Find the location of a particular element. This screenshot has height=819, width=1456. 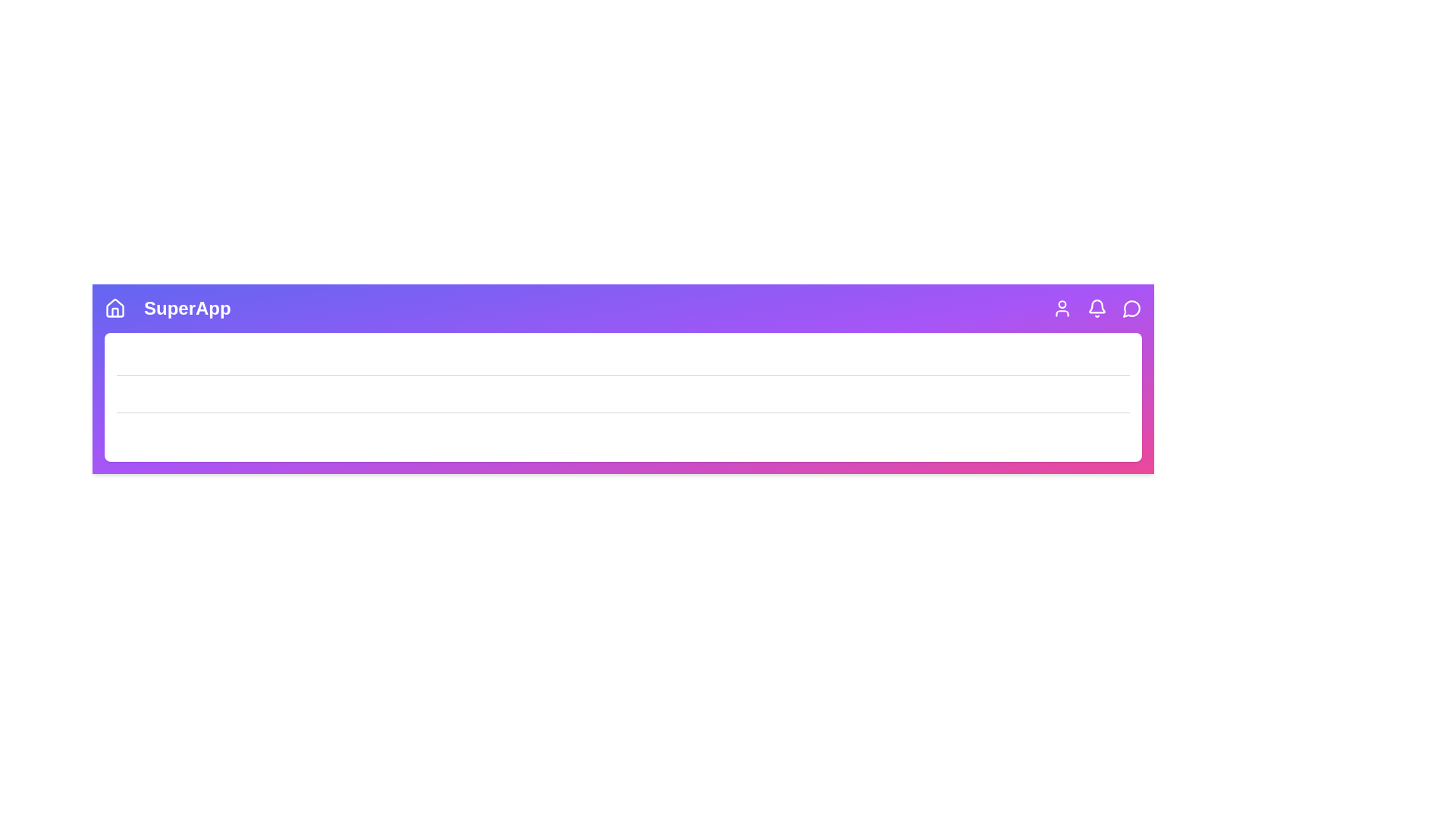

the bell icon to toggle the notifications panel visibility is located at coordinates (1097, 308).